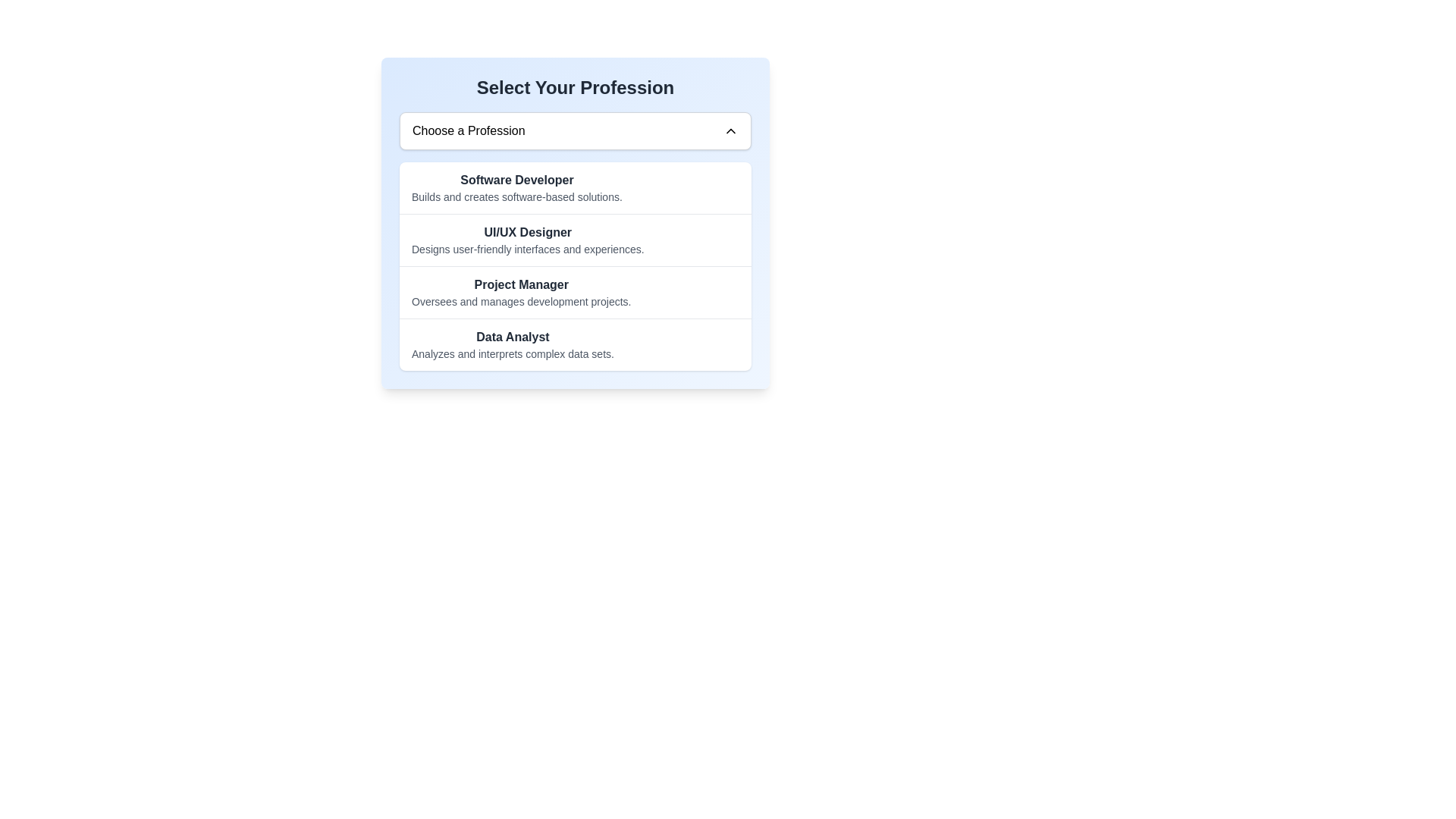 The image size is (1456, 819). I want to click on the text label providing a description for the role of 'Data Analyst', located below the title 'Data Analyst', so click(513, 353).